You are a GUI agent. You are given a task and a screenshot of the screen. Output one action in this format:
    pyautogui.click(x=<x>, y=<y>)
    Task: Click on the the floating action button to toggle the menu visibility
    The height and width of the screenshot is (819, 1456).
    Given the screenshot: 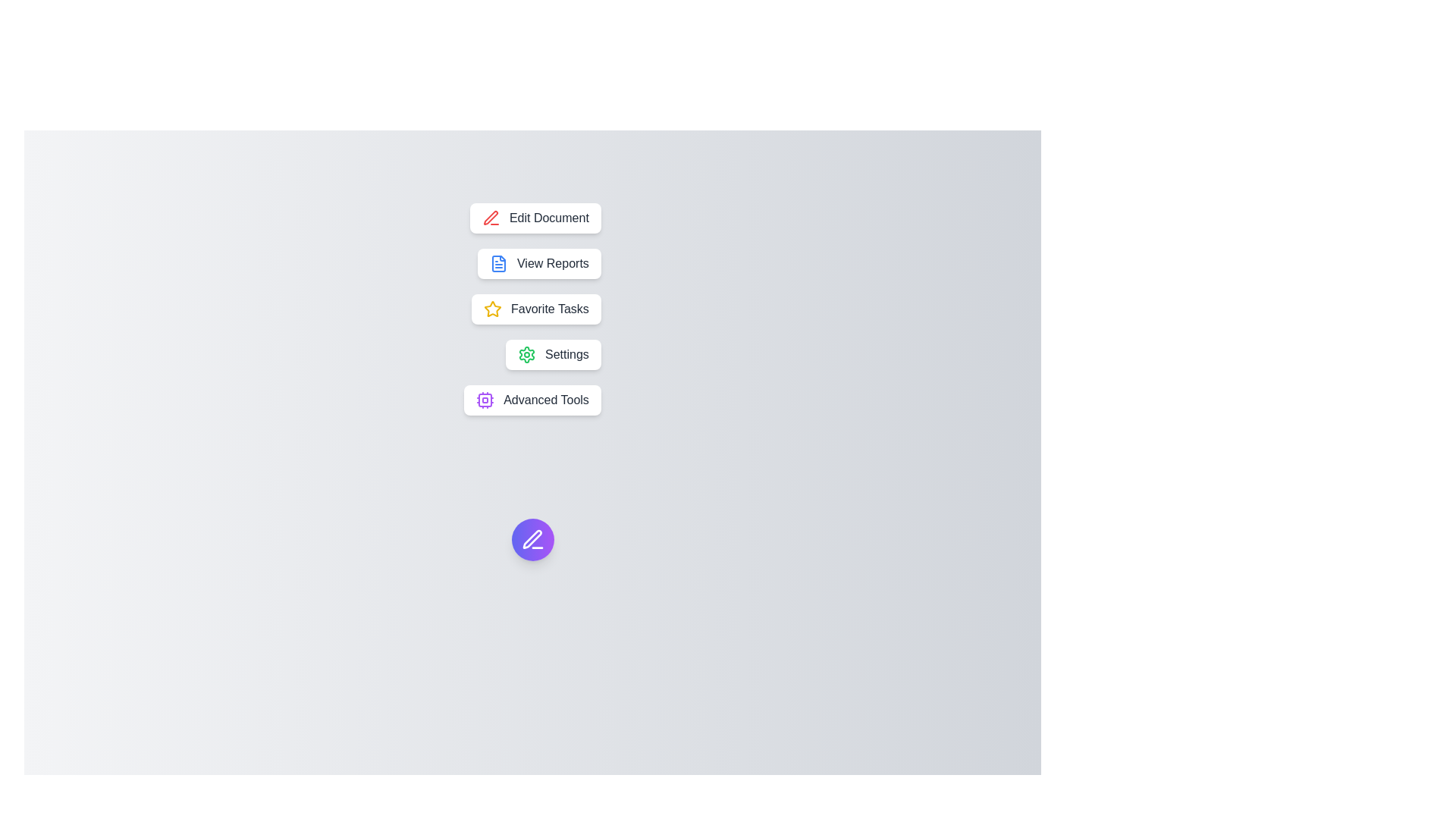 What is the action you would take?
    pyautogui.click(x=532, y=539)
    